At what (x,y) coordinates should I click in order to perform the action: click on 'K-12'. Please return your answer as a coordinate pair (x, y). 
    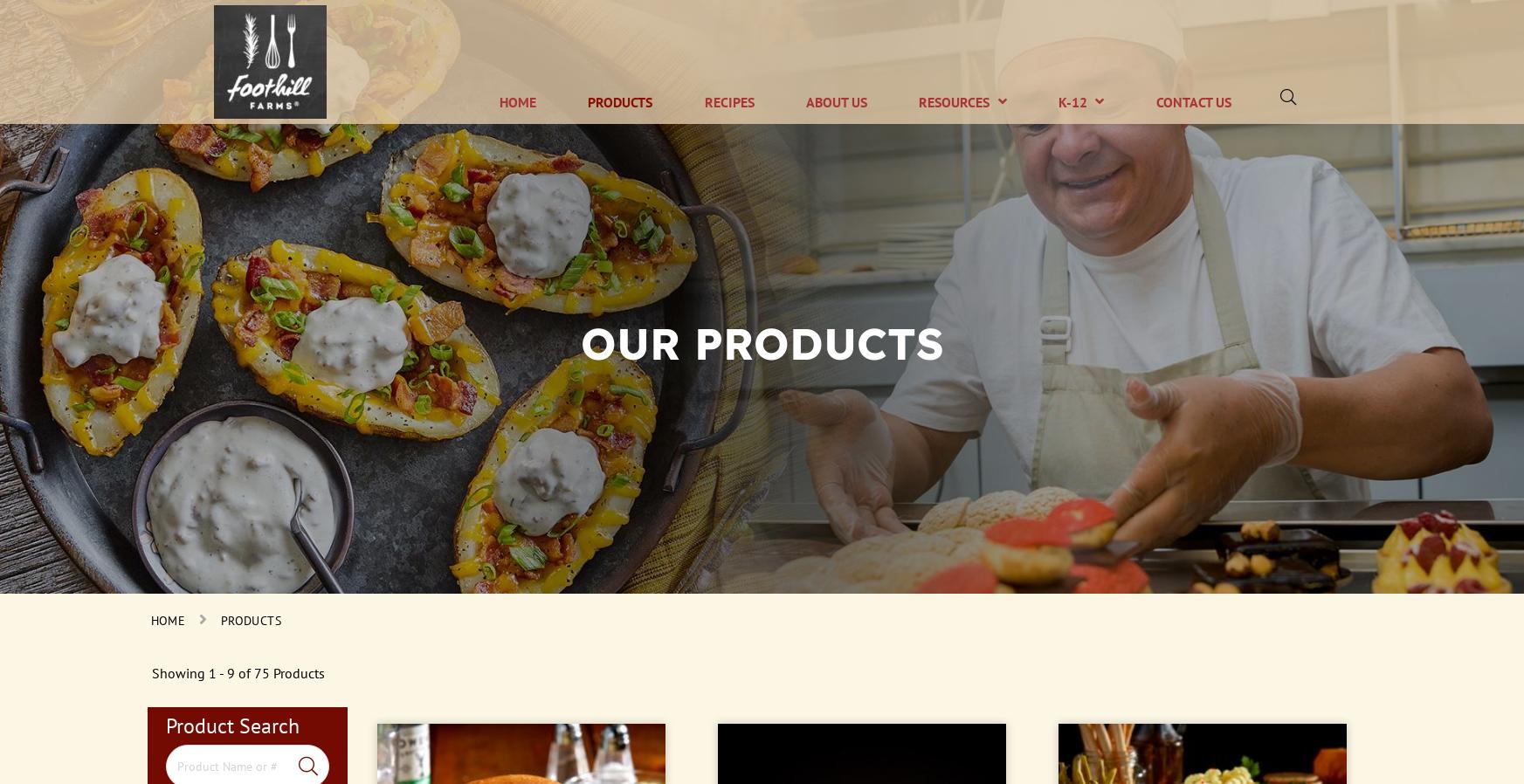
    Looking at the image, I should click on (1071, 100).